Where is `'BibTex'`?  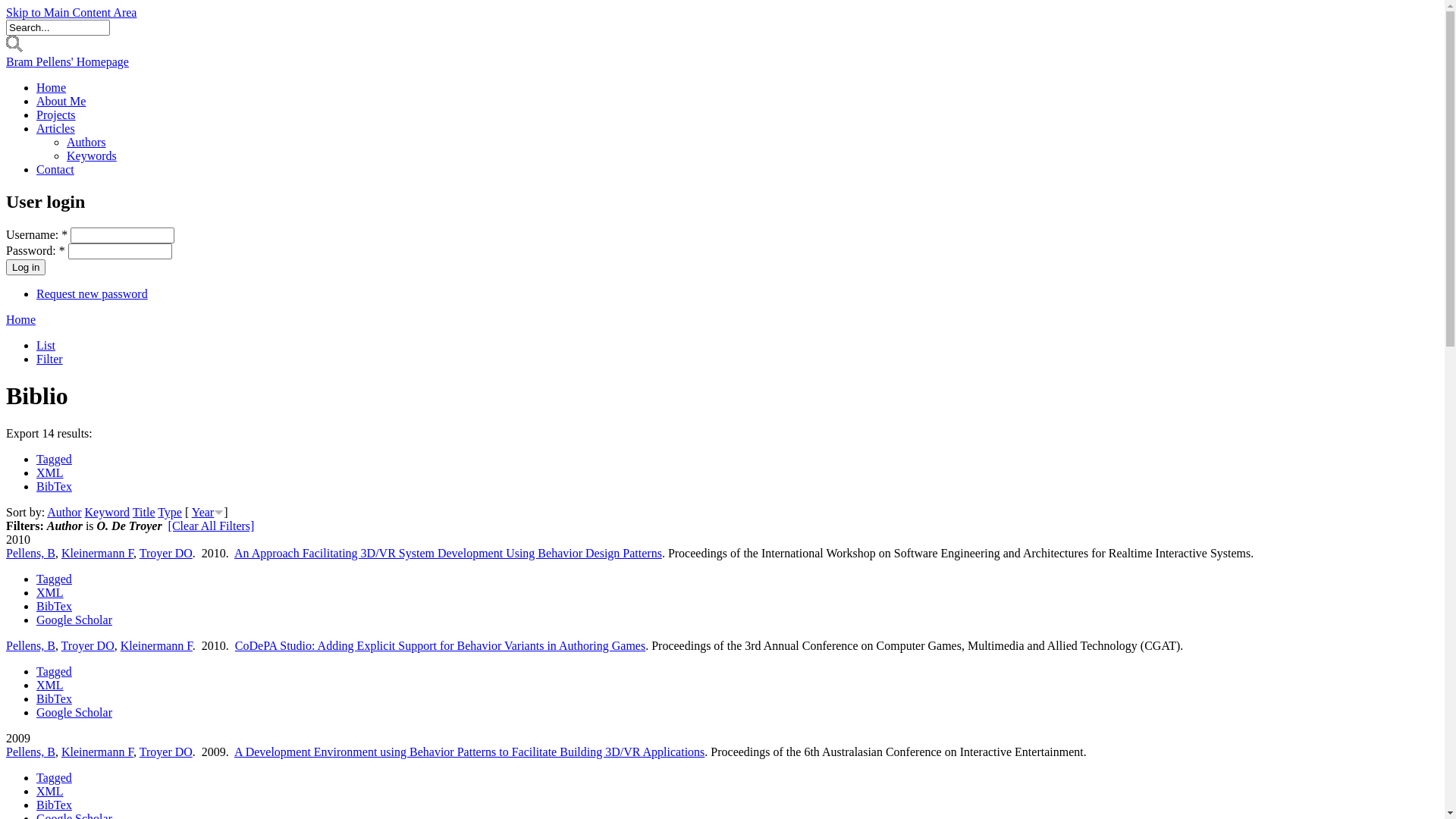 'BibTex' is located at coordinates (54, 804).